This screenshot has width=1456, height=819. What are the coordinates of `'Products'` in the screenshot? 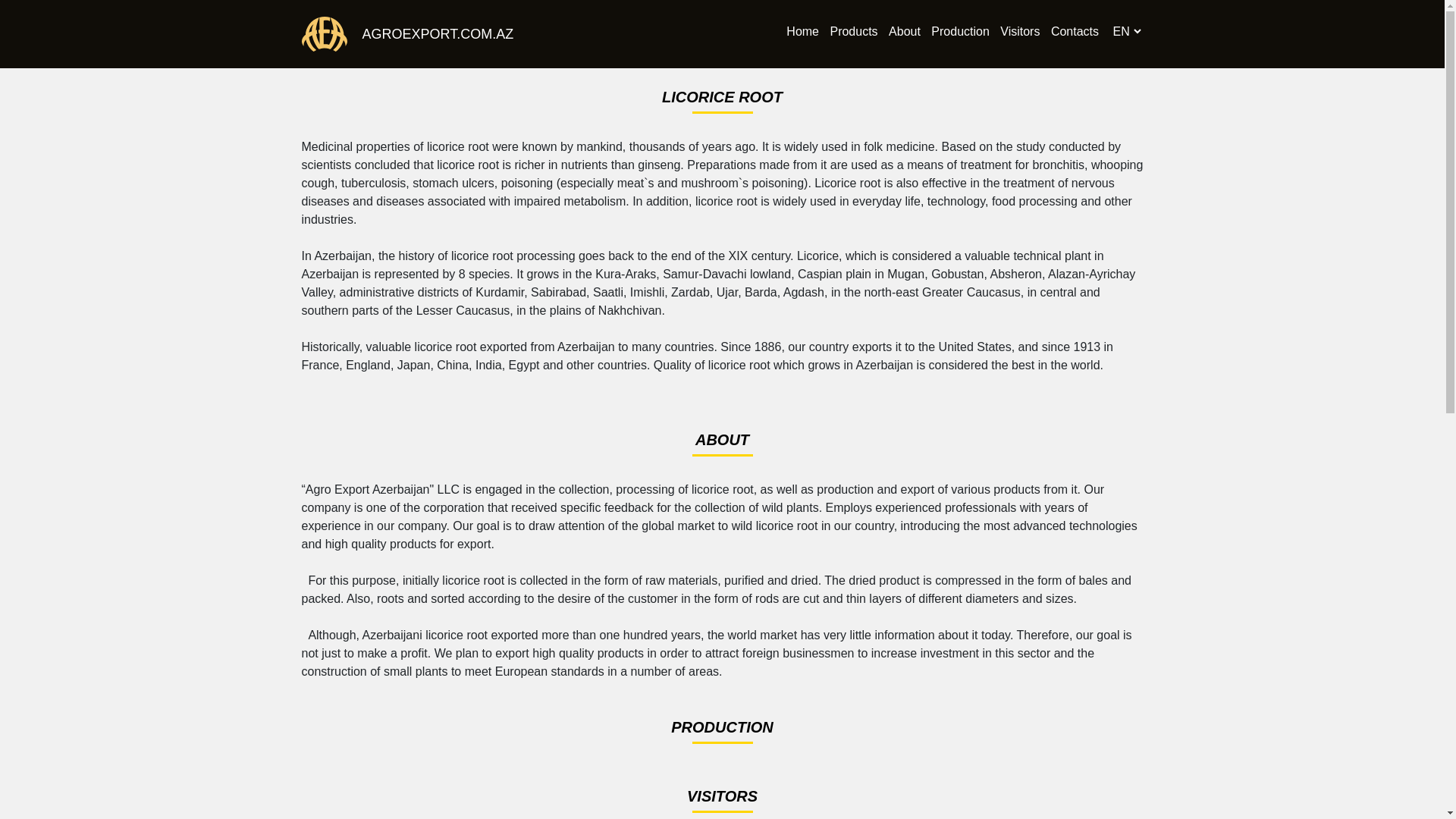 It's located at (853, 33).